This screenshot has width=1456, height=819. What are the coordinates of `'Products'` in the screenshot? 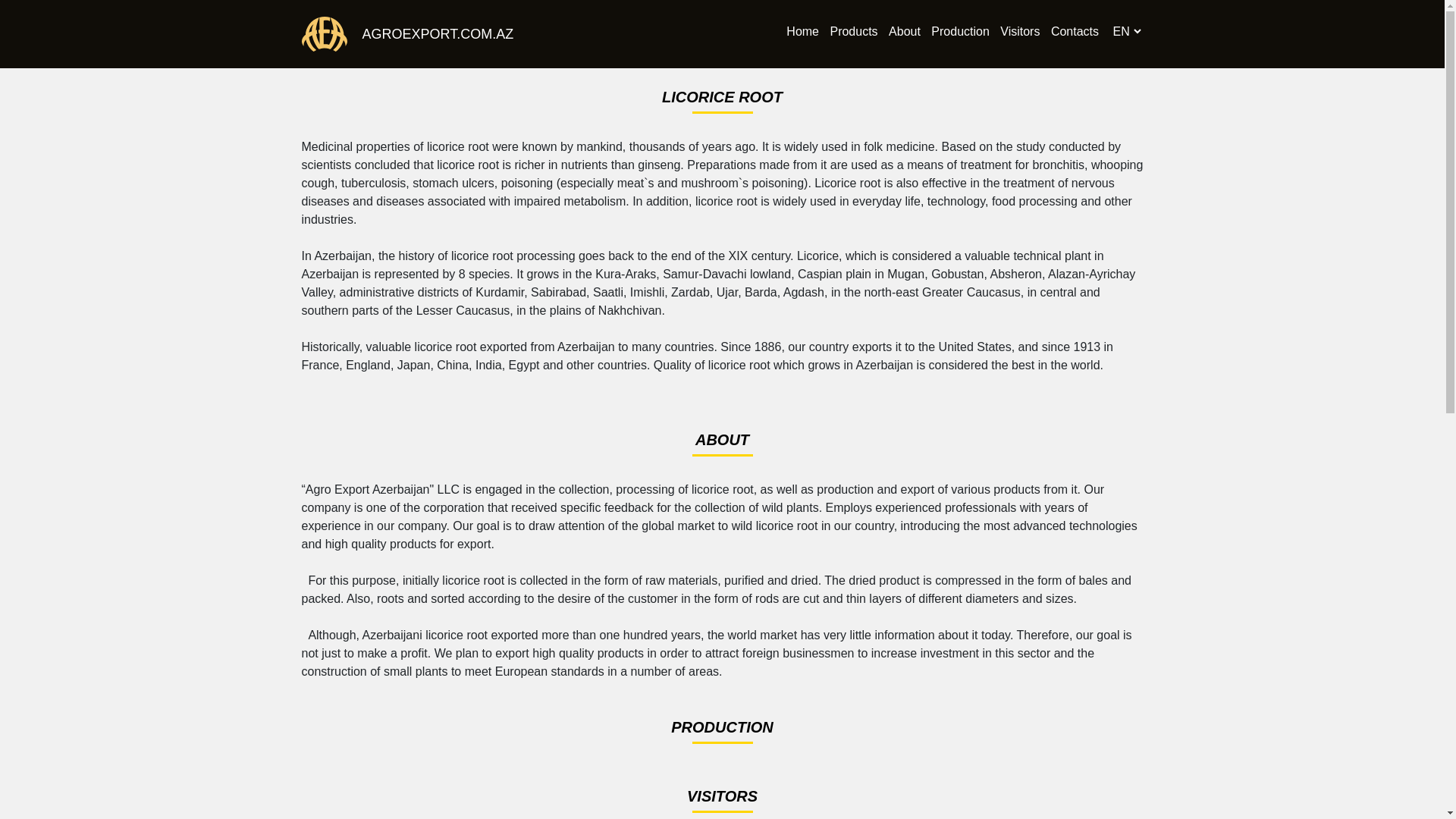 It's located at (853, 33).